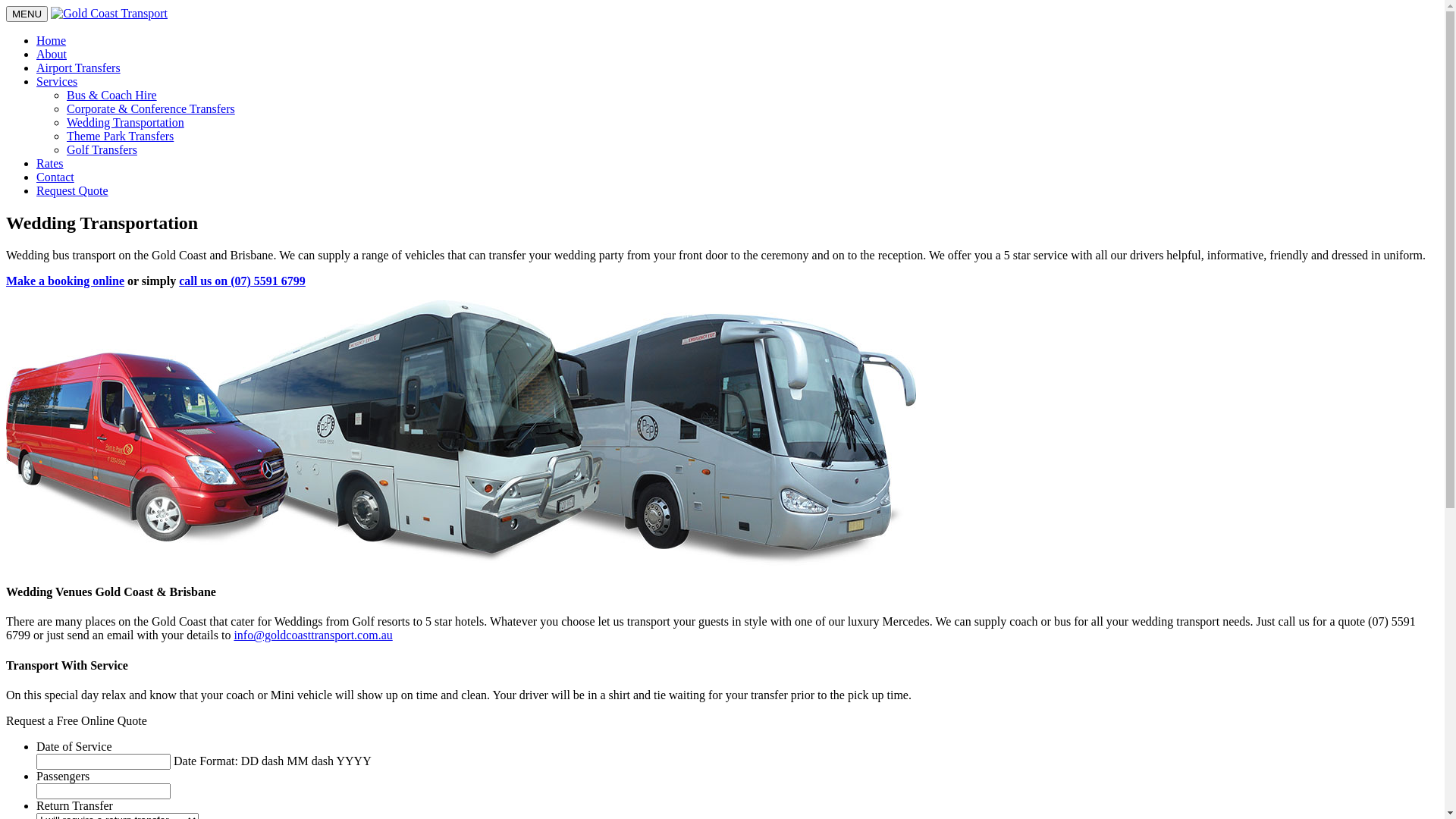  What do you see at coordinates (125, 121) in the screenshot?
I see `'Wedding Transportation'` at bounding box center [125, 121].